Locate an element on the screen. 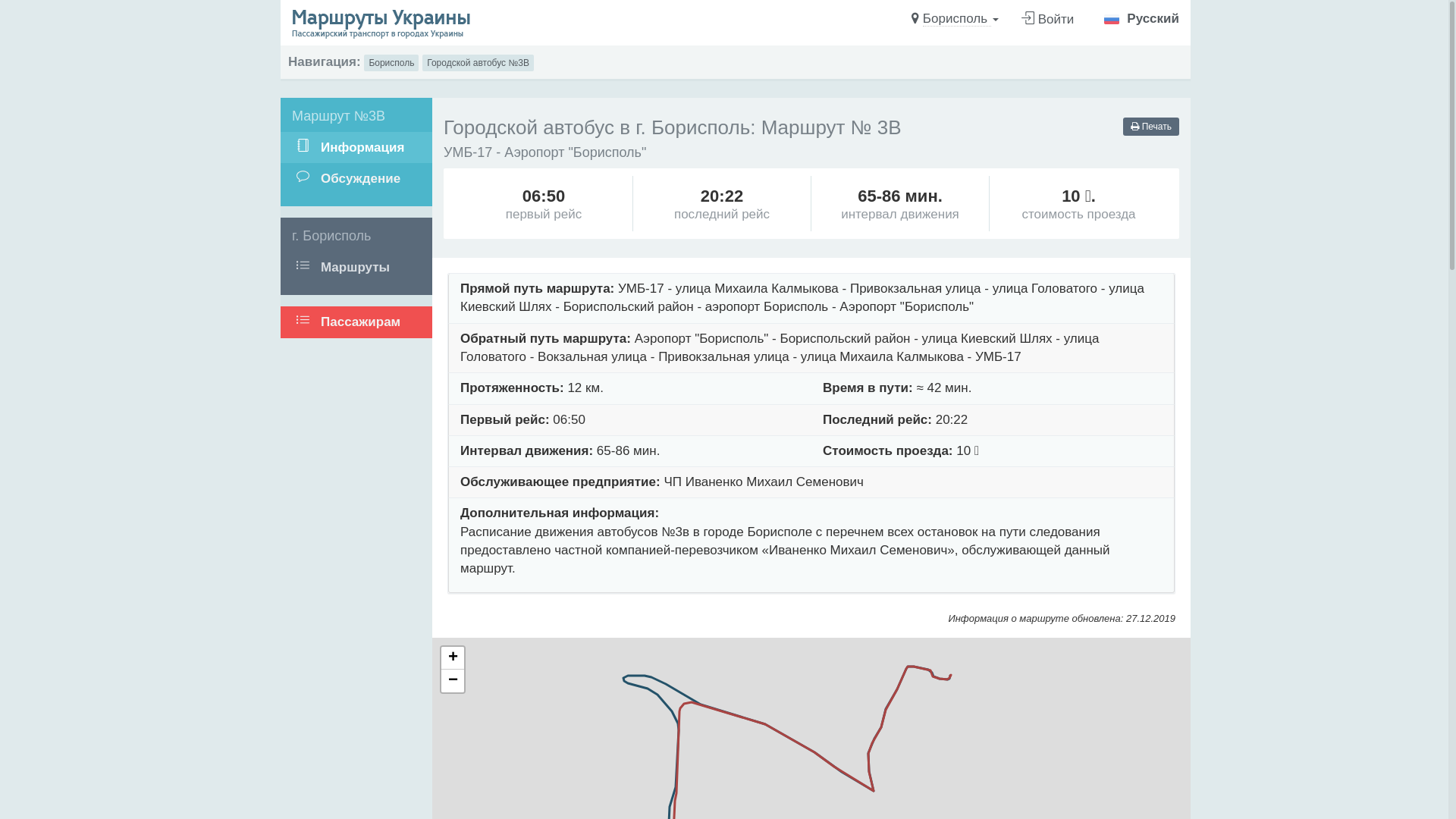 The image size is (1456, 819). '+' is located at coordinates (451, 657).